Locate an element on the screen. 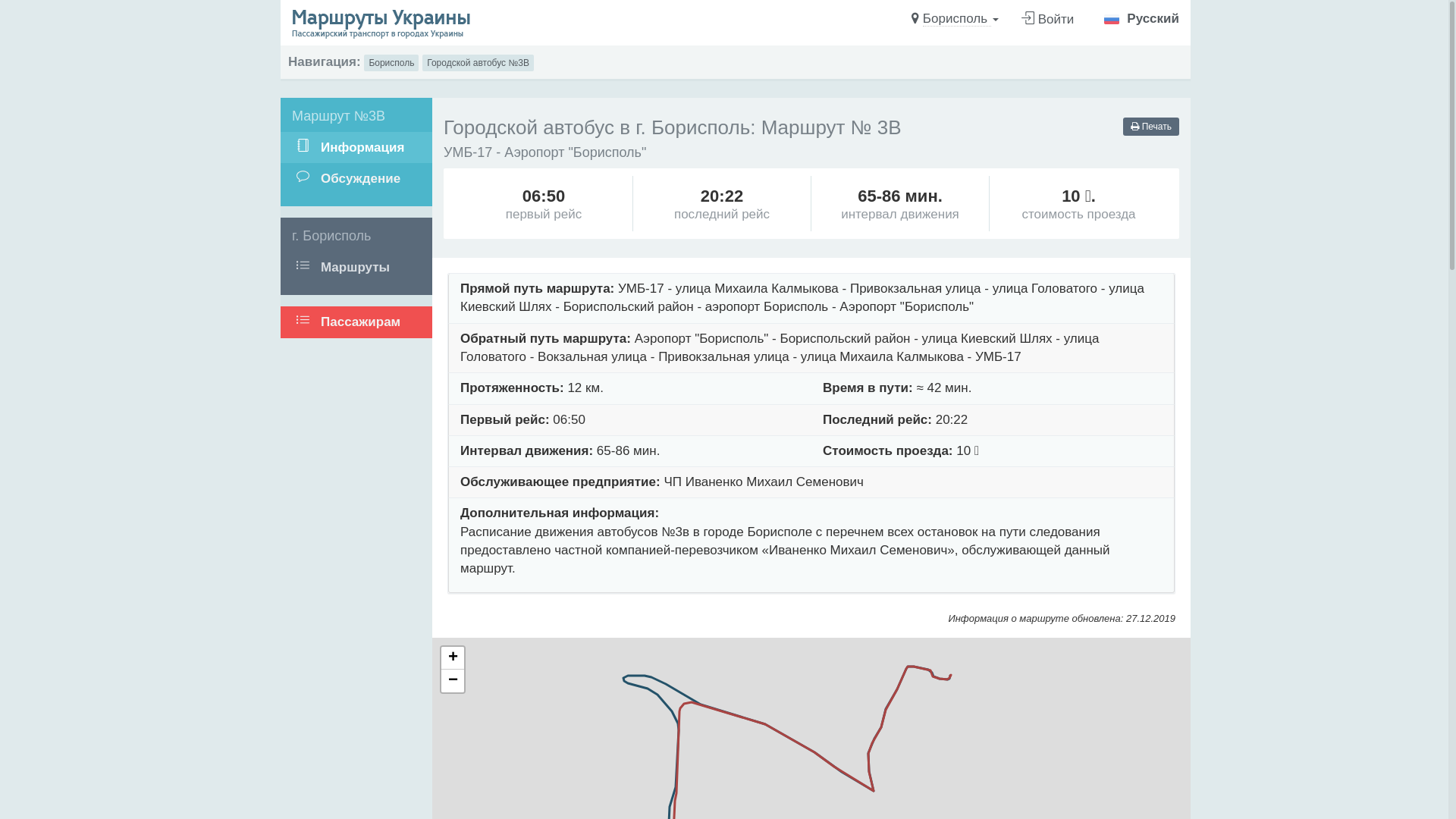 The image size is (1456, 819). '+' is located at coordinates (451, 657).